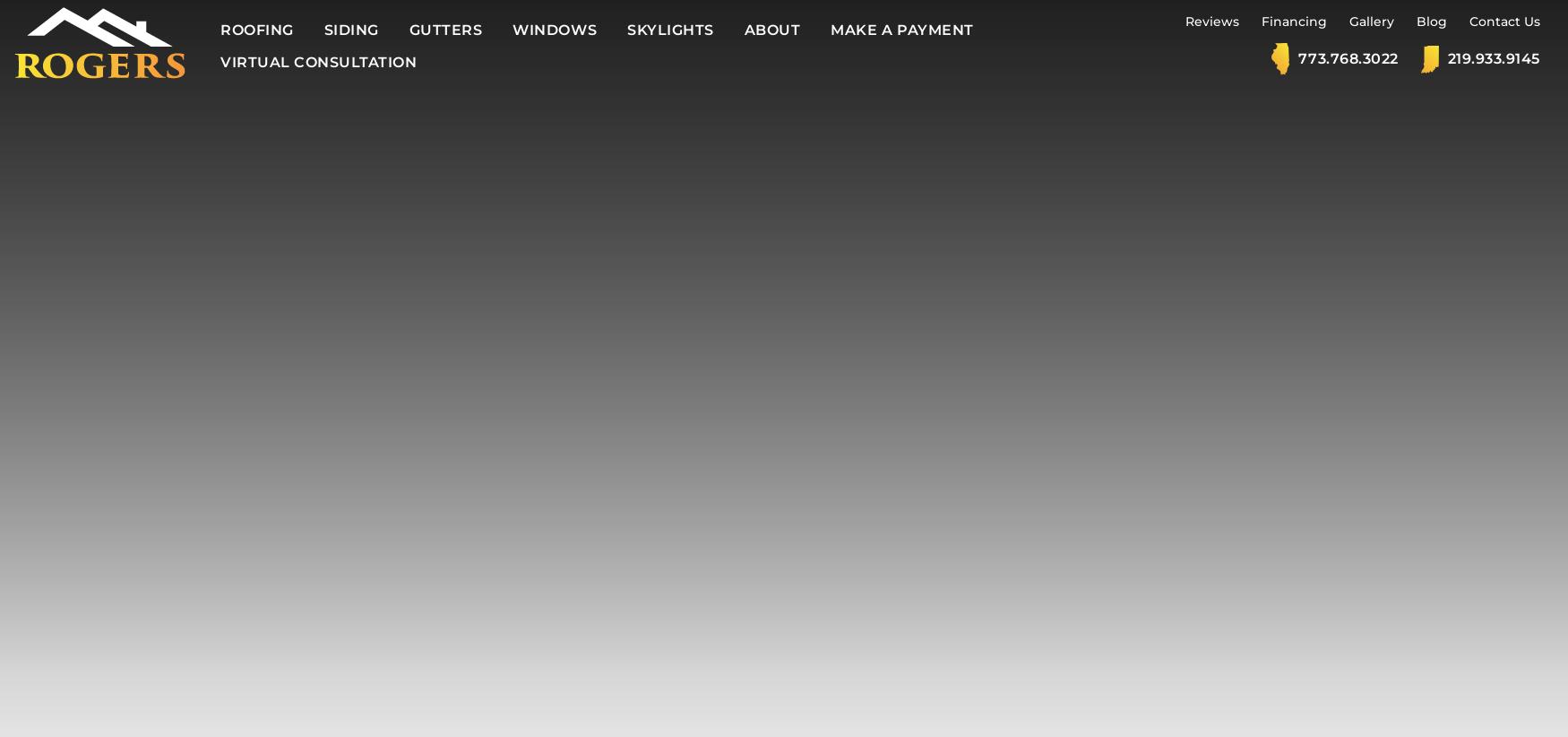 This screenshot has width=1568, height=737. What do you see at coordinates (1347, 58) in the screenshot?
I see `'773.768.3022'` at bounding box center [1347, 58].